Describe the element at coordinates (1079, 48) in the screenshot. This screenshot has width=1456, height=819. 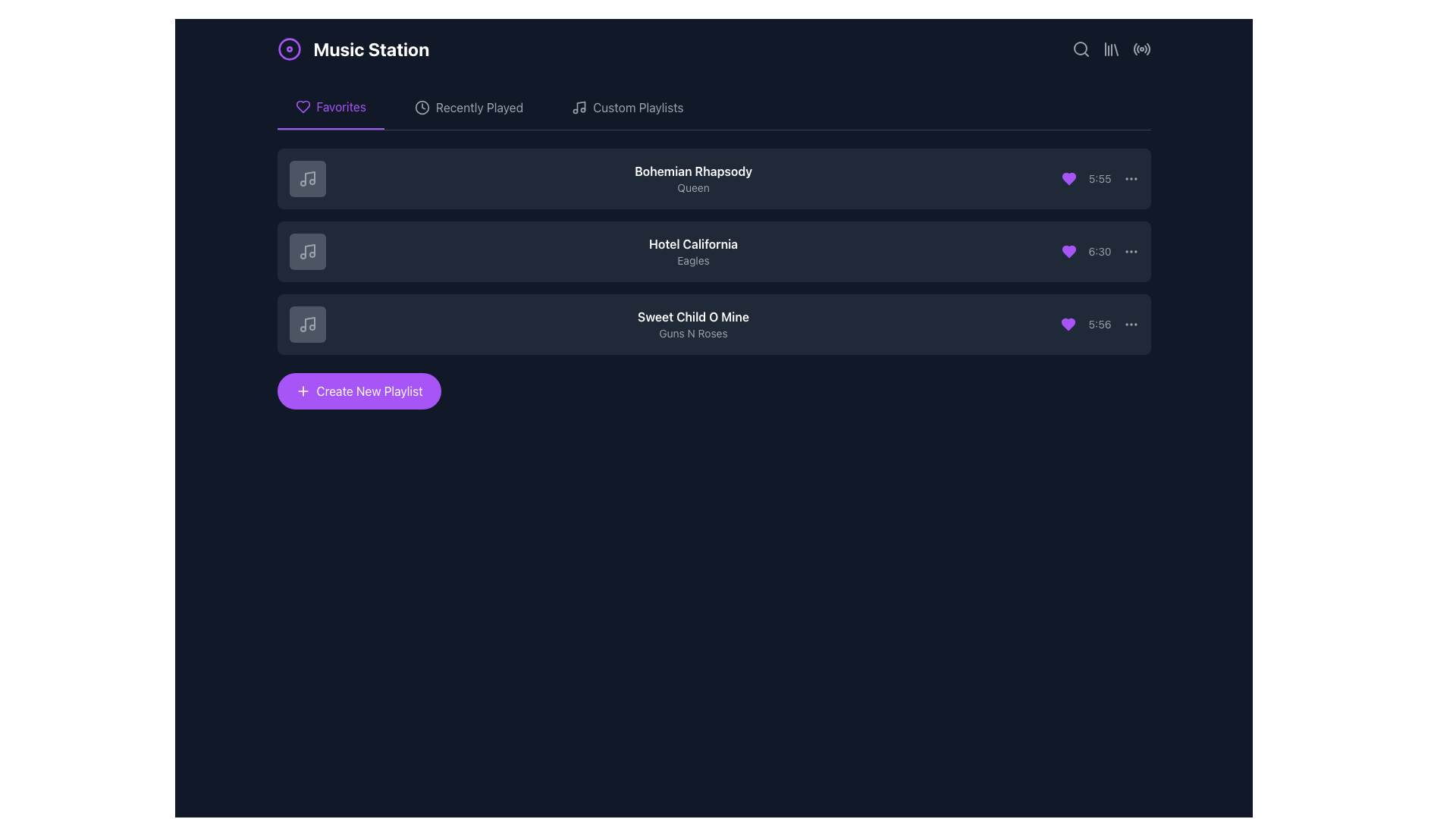
I see `the search icon located in the top-right corner of the interface to initiate the search action` at that location.